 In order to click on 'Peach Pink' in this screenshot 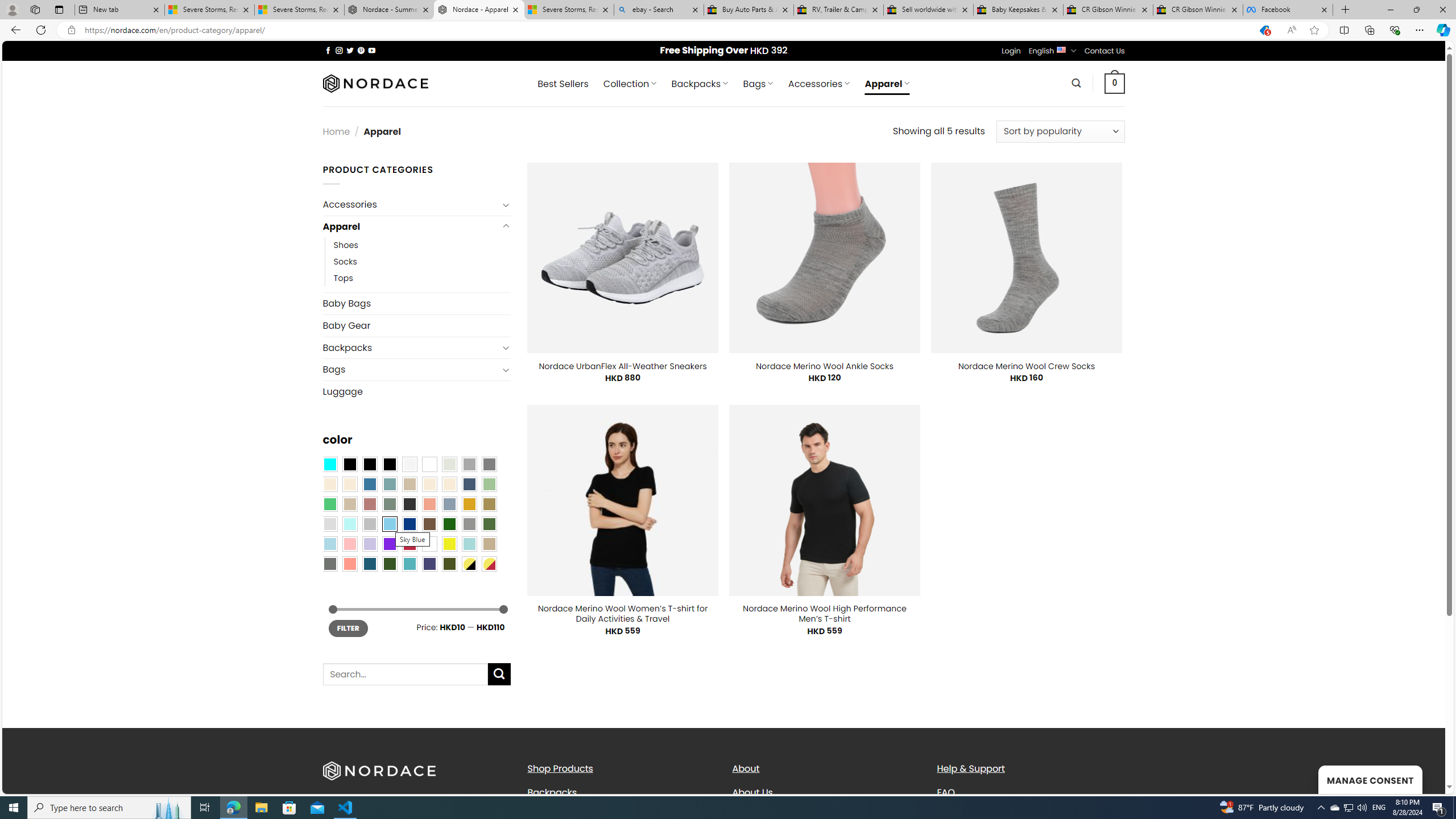, I will do `click(349, 562)`.